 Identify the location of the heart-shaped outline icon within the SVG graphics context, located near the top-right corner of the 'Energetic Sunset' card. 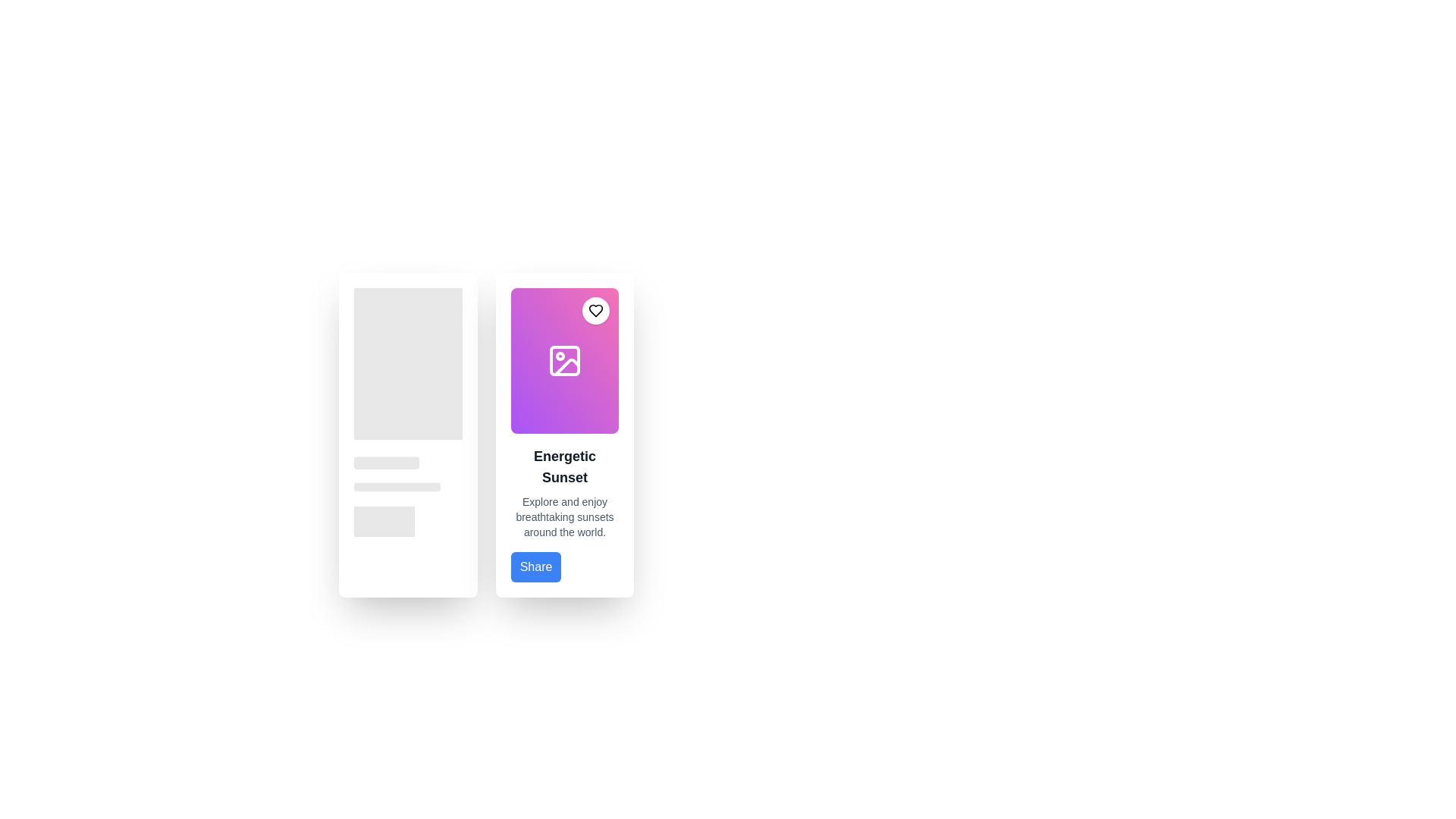
(595, 309).